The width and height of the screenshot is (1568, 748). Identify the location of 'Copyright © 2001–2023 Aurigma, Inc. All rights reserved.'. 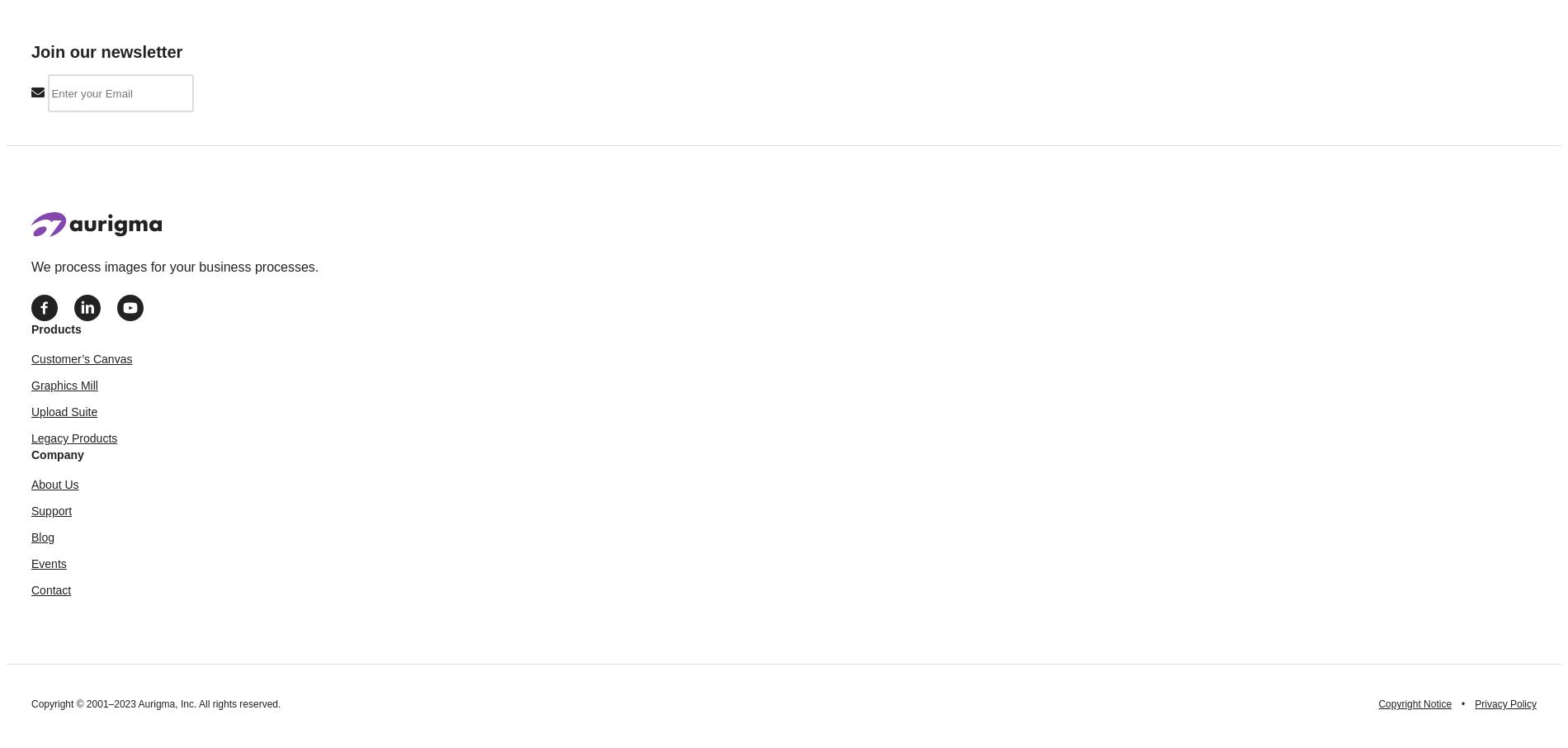
(156, 703).